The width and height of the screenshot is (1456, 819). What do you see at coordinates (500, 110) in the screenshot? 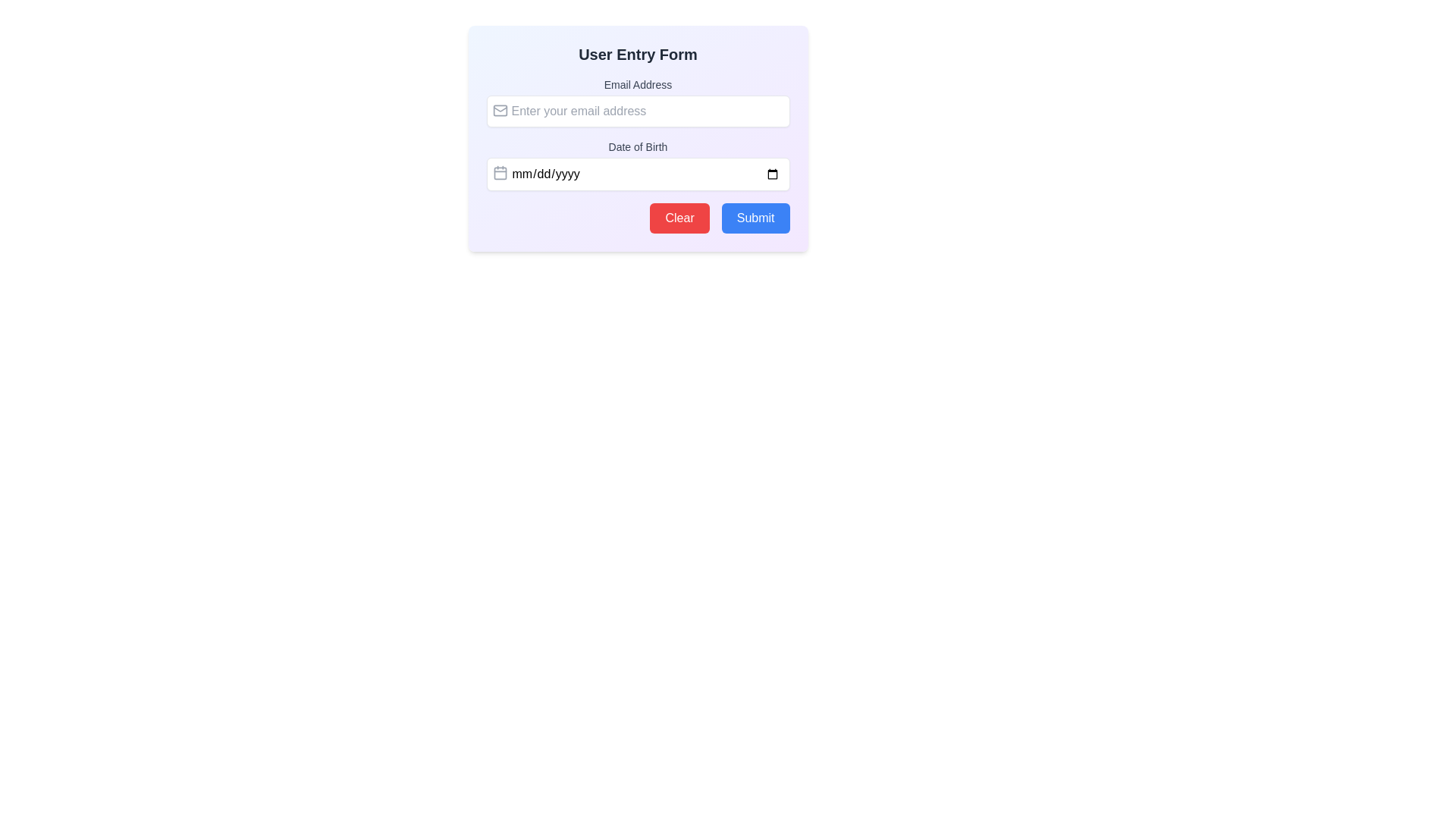
I see `the email input field indicator icon, which is positioned to the left of the email input area` at bounding box center [500, 110].